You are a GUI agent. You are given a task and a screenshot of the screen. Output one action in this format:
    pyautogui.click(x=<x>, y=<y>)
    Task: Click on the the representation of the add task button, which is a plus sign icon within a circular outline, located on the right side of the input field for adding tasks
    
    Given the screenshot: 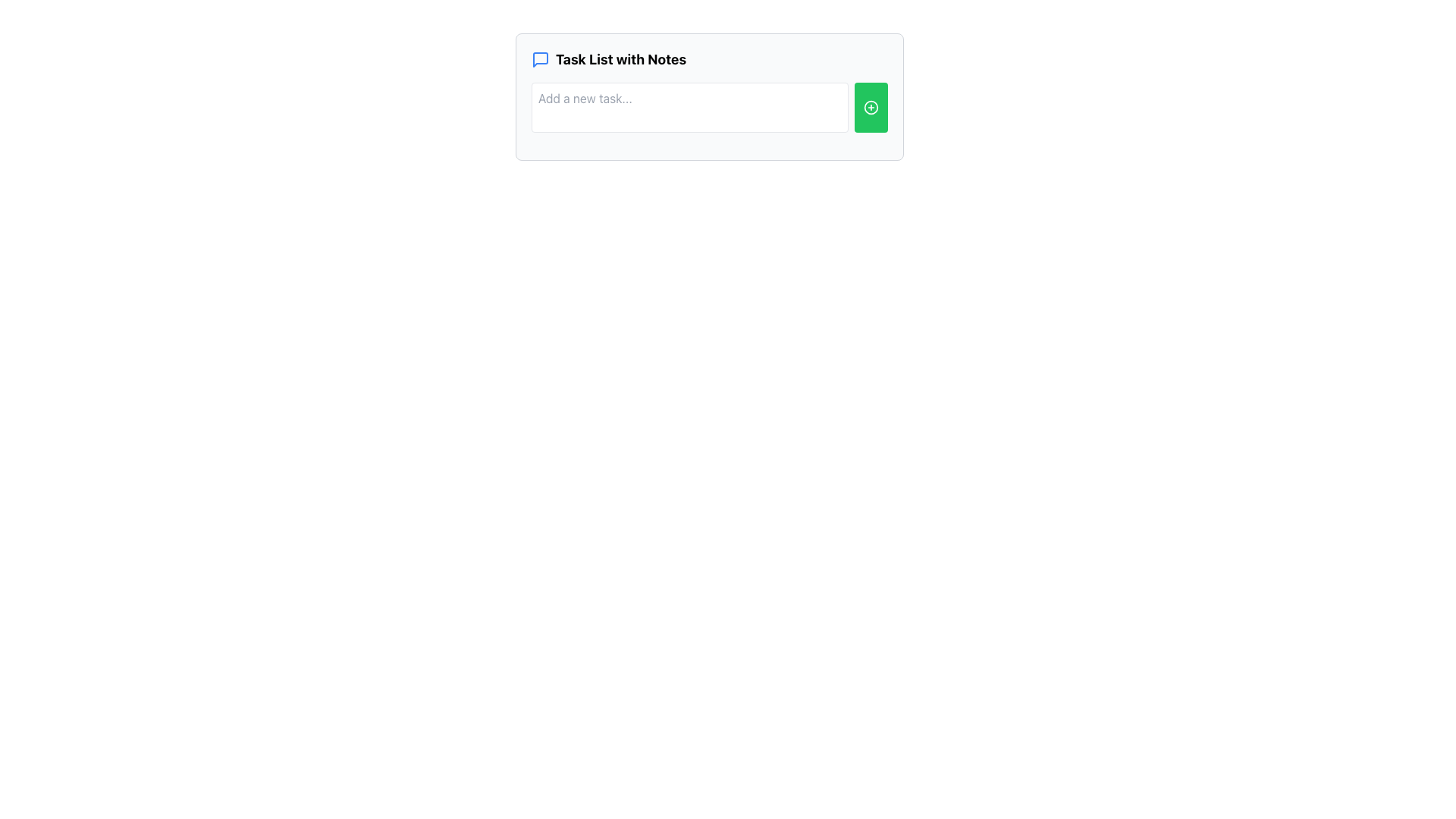 What is the action you would take?
    pyautogui.click(x=871, y=107)
    